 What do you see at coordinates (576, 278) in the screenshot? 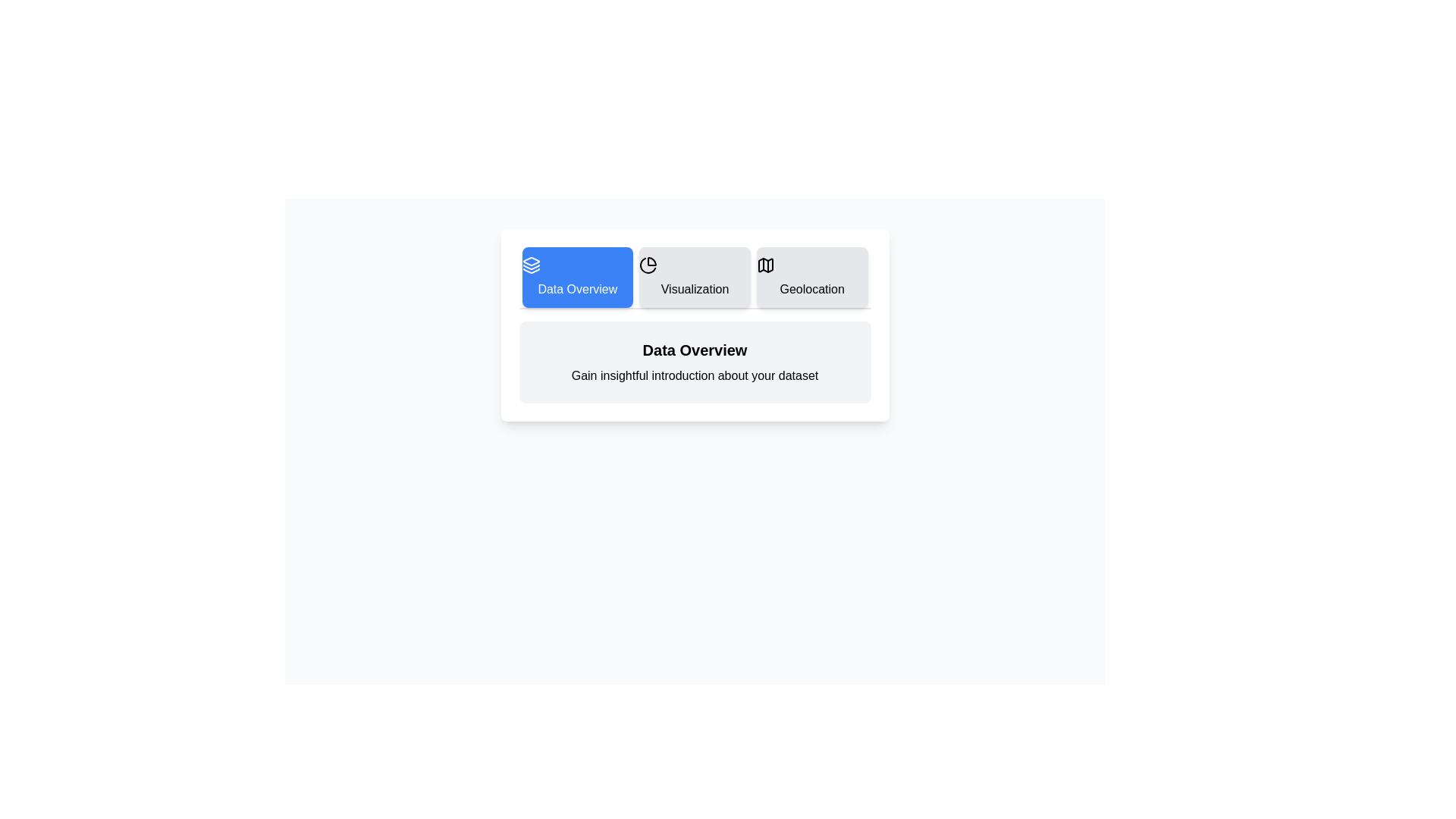
I see `the Data Overview tab to observe its effects` at bounding box center [576, 278].